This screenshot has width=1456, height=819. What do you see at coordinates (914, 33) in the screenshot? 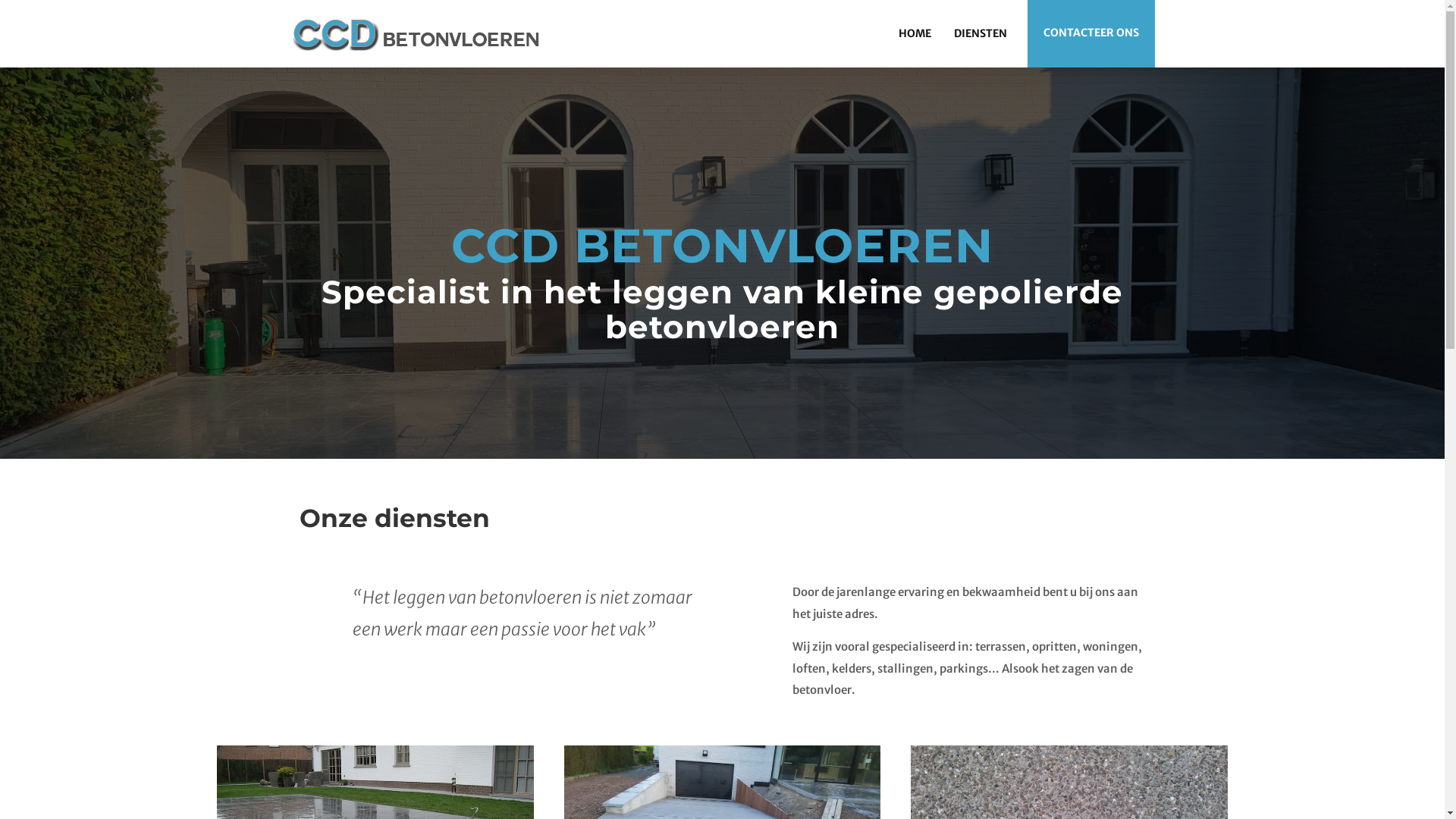
I see `'HOME'` at bounding box center [914, 33].